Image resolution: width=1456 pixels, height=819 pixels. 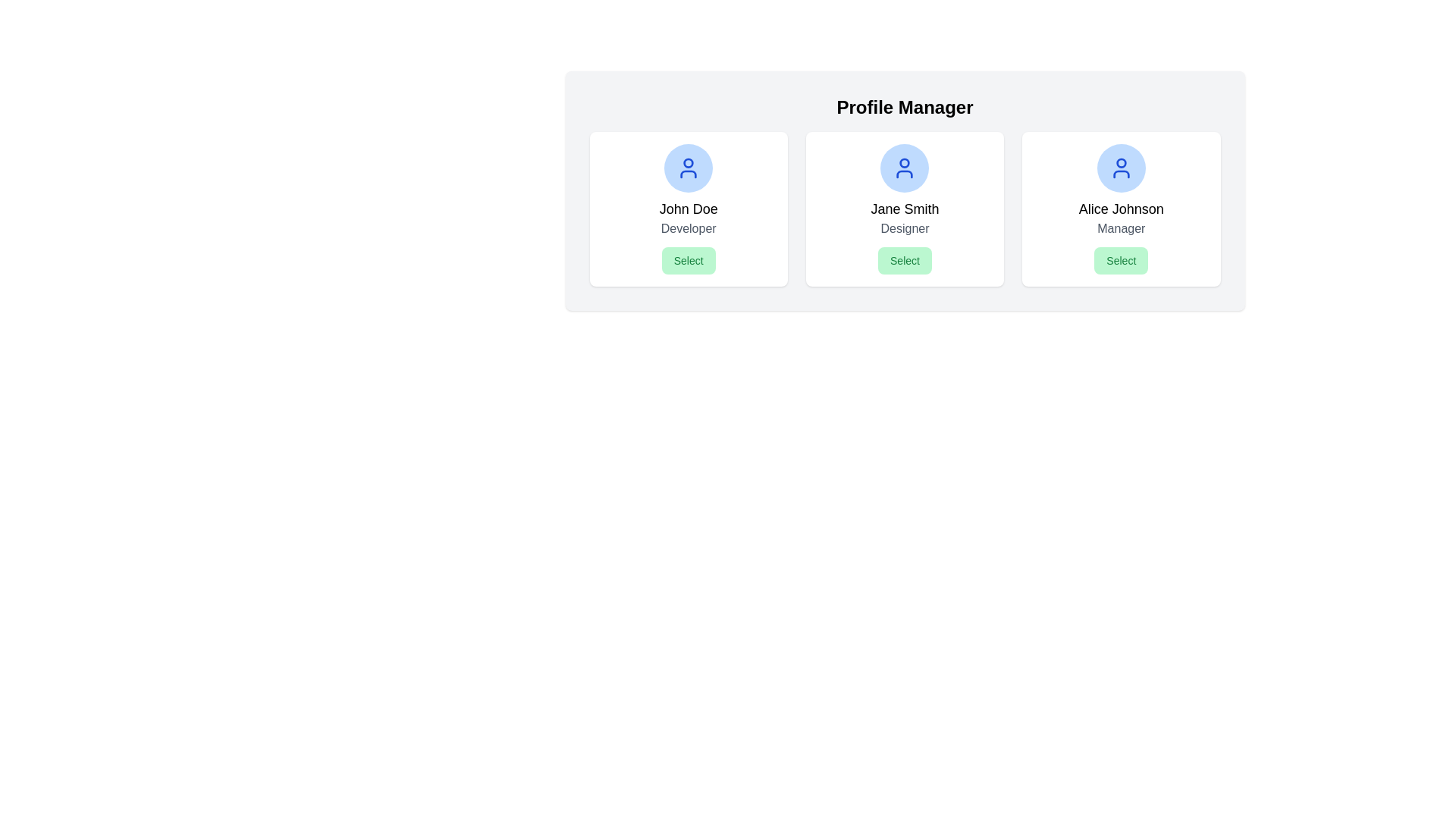 What do you see at coordinates (905, 107) in the screenshot?
I see `the 'Profile Manager' text label, which serves as the header for the section, indicating the purpose of the page` at bounding box center [905, 107].